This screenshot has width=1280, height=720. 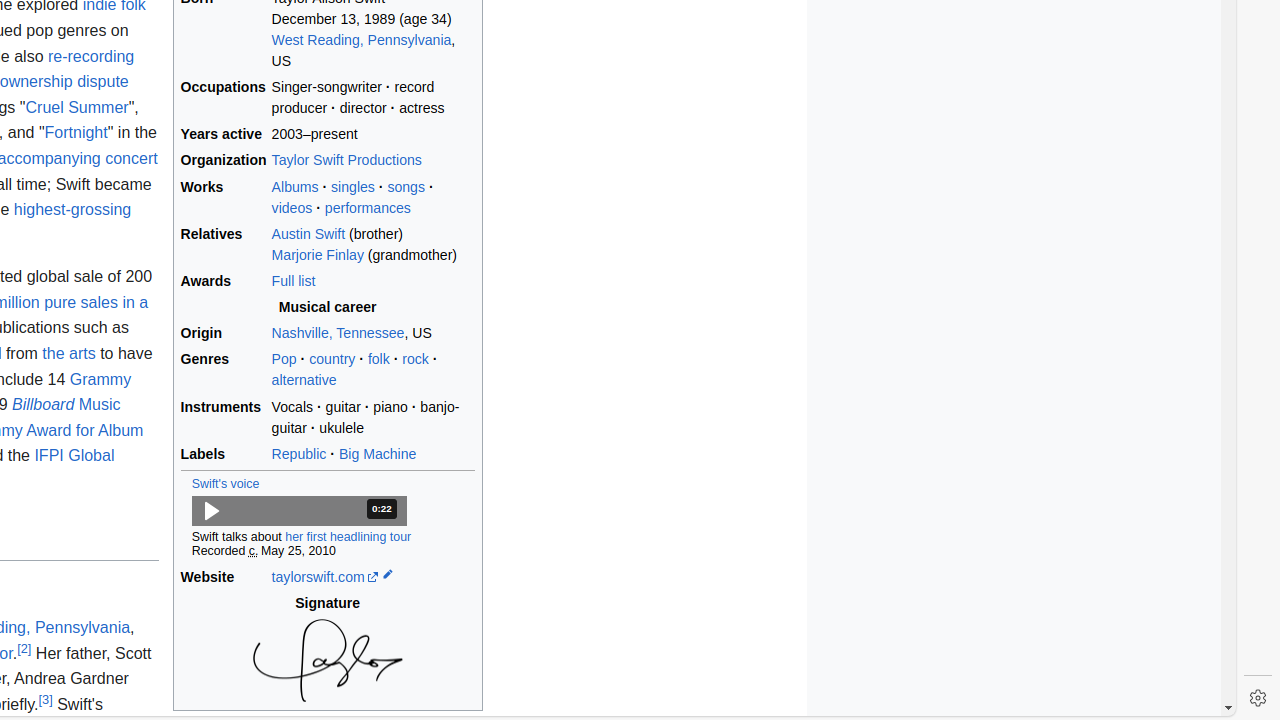 What do you see at coordinates (283, 358) in the screenshot?
I see `'Pop'` at bounding box center [283, 358].